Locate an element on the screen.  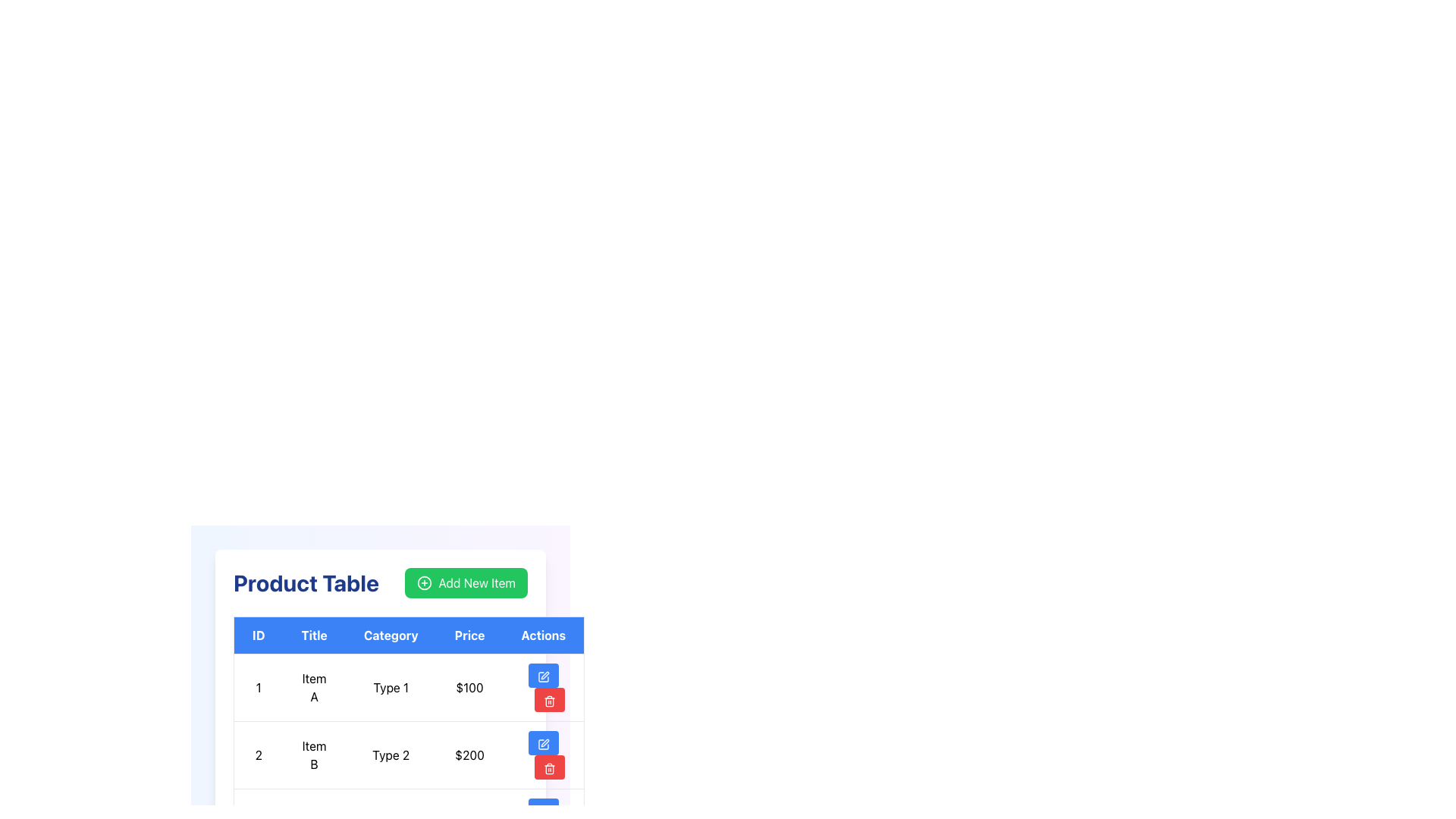
the 'Actions' text label located in the last column of the table header, which is styled with white text on a blue background is located at coordinates (544, 635).